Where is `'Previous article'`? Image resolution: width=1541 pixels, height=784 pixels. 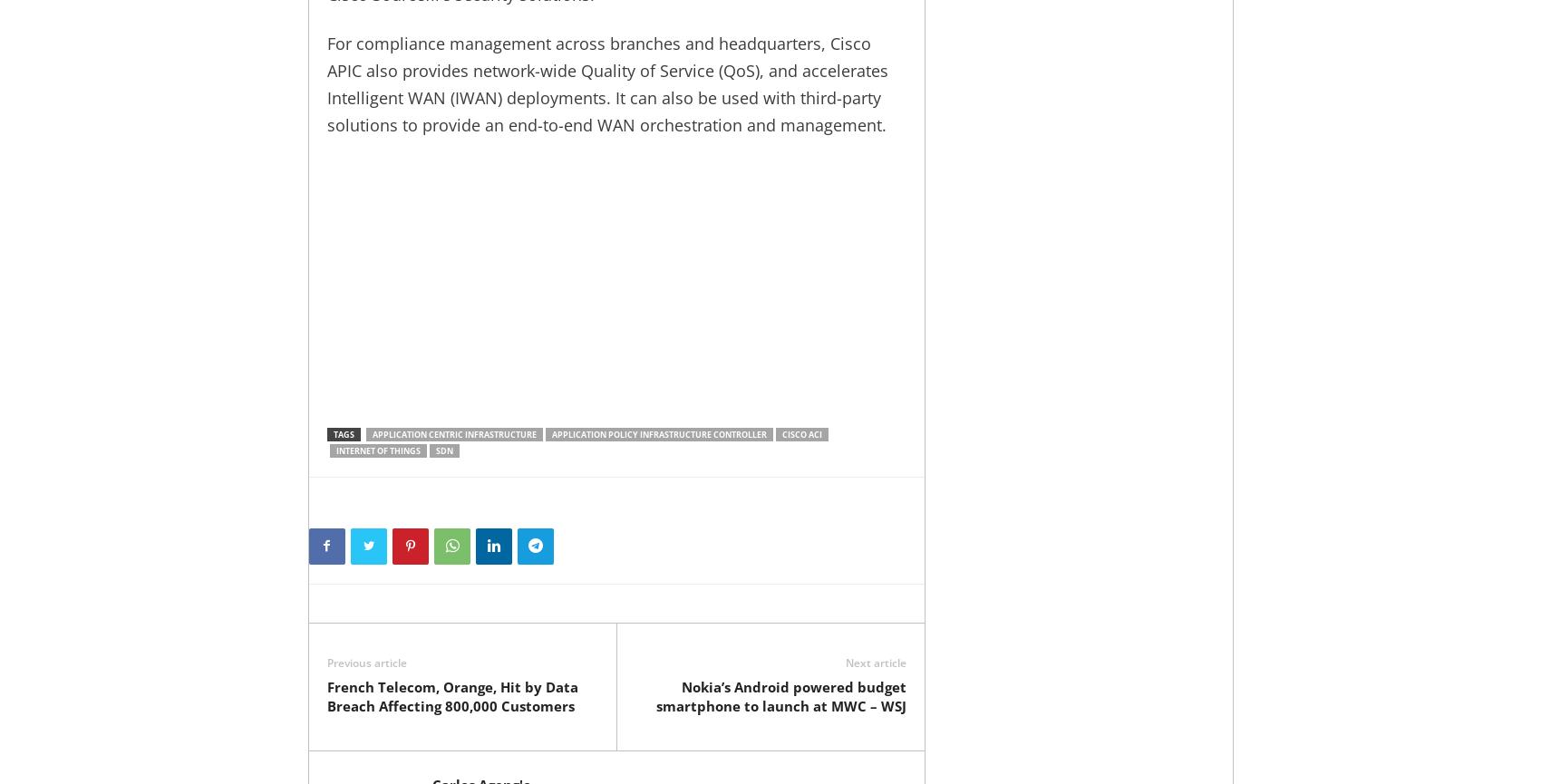
'Previous article' is located at coordinates (364, 662).